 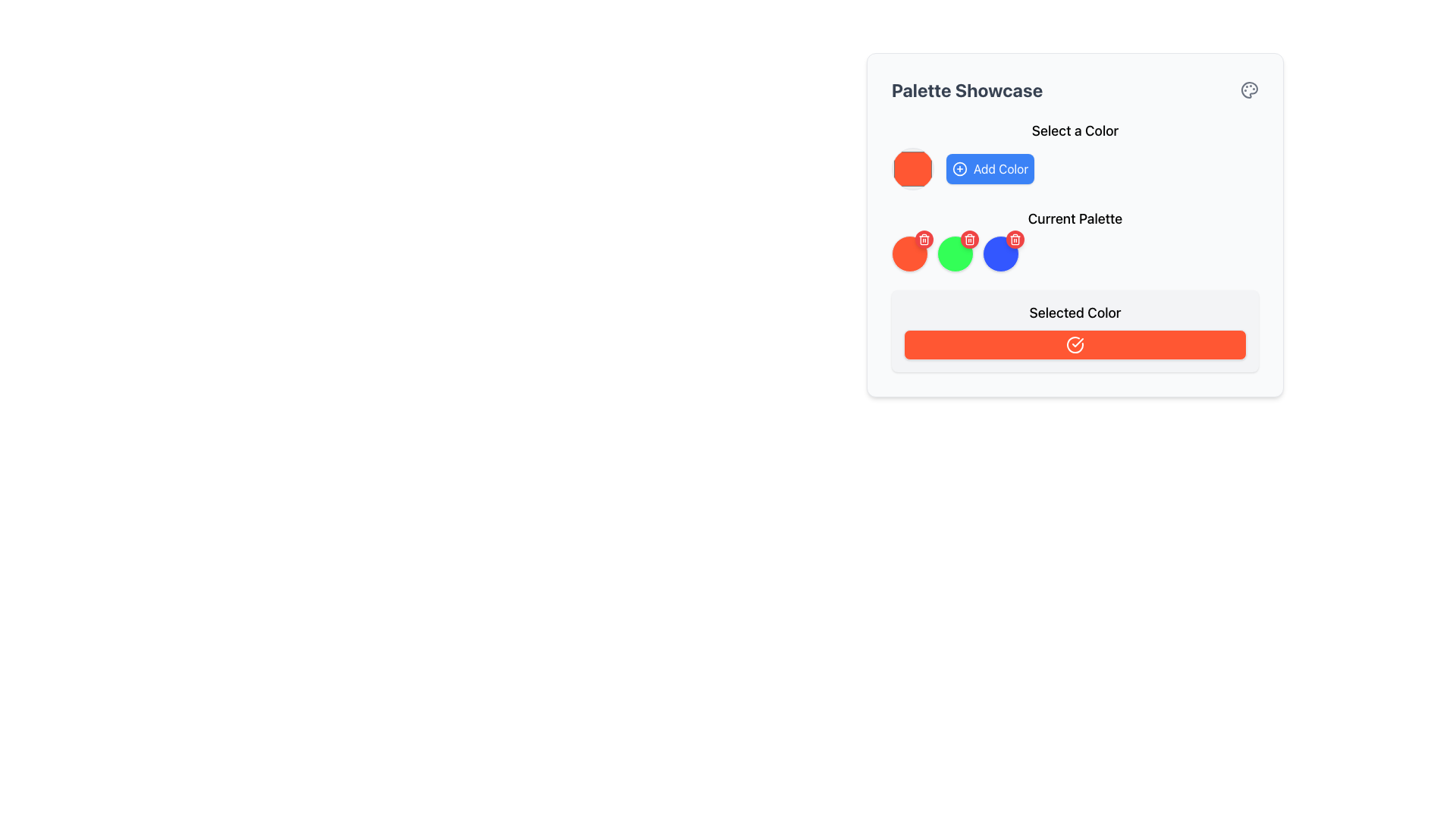 What do you see at coordinates (1074, 219) in the screenshot?
I see `the 'Current Palette' label, which is a medium-weight textual label in black font, positioned above the color swatches and below the 'Add Color' button` at bounding box center [1074, 219].